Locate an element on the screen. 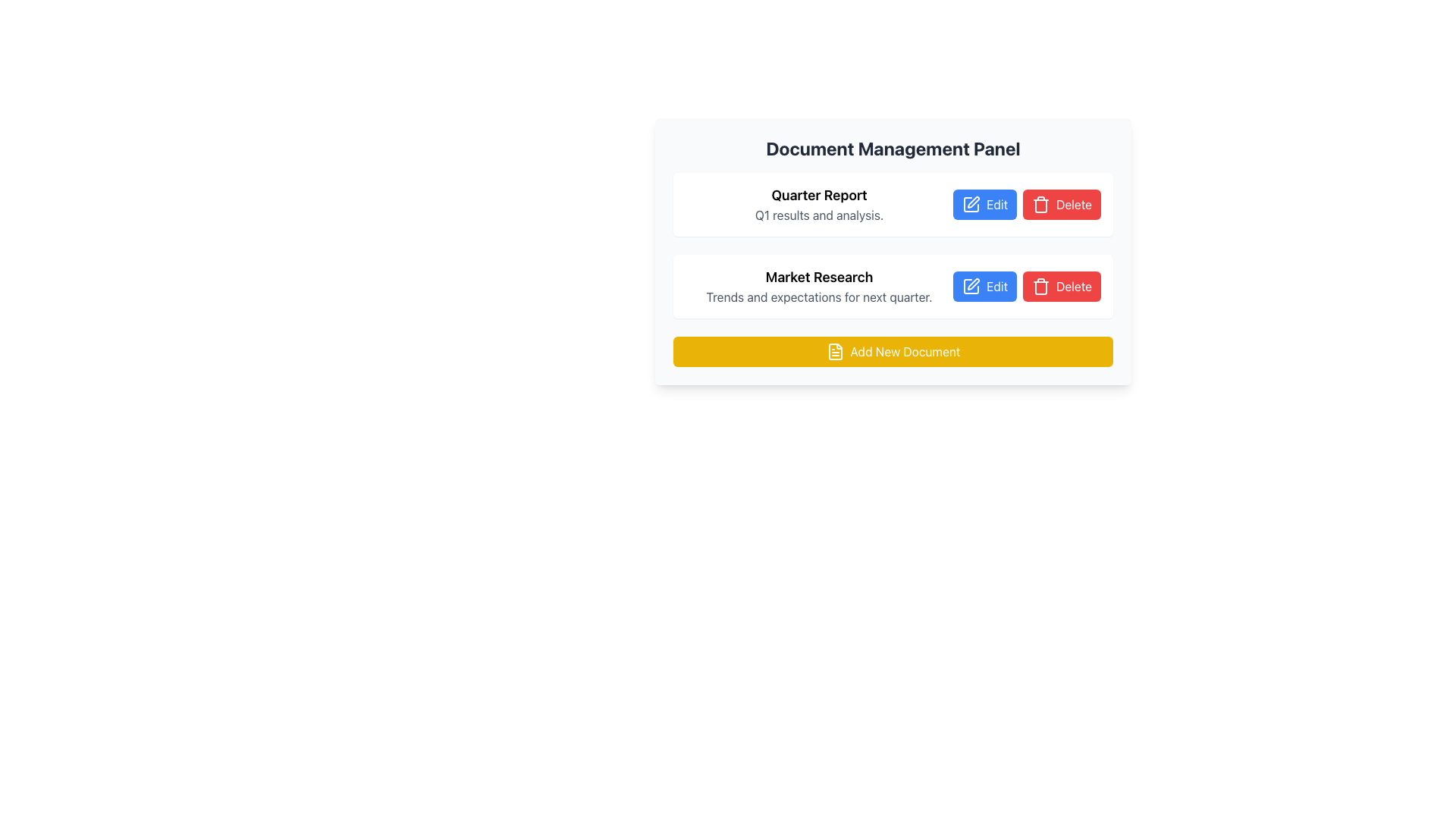  the red 'Delete' button with rounded corners that has white text and a trash can icon, located in the second row of the button group is located at coordinates (1061, 287).